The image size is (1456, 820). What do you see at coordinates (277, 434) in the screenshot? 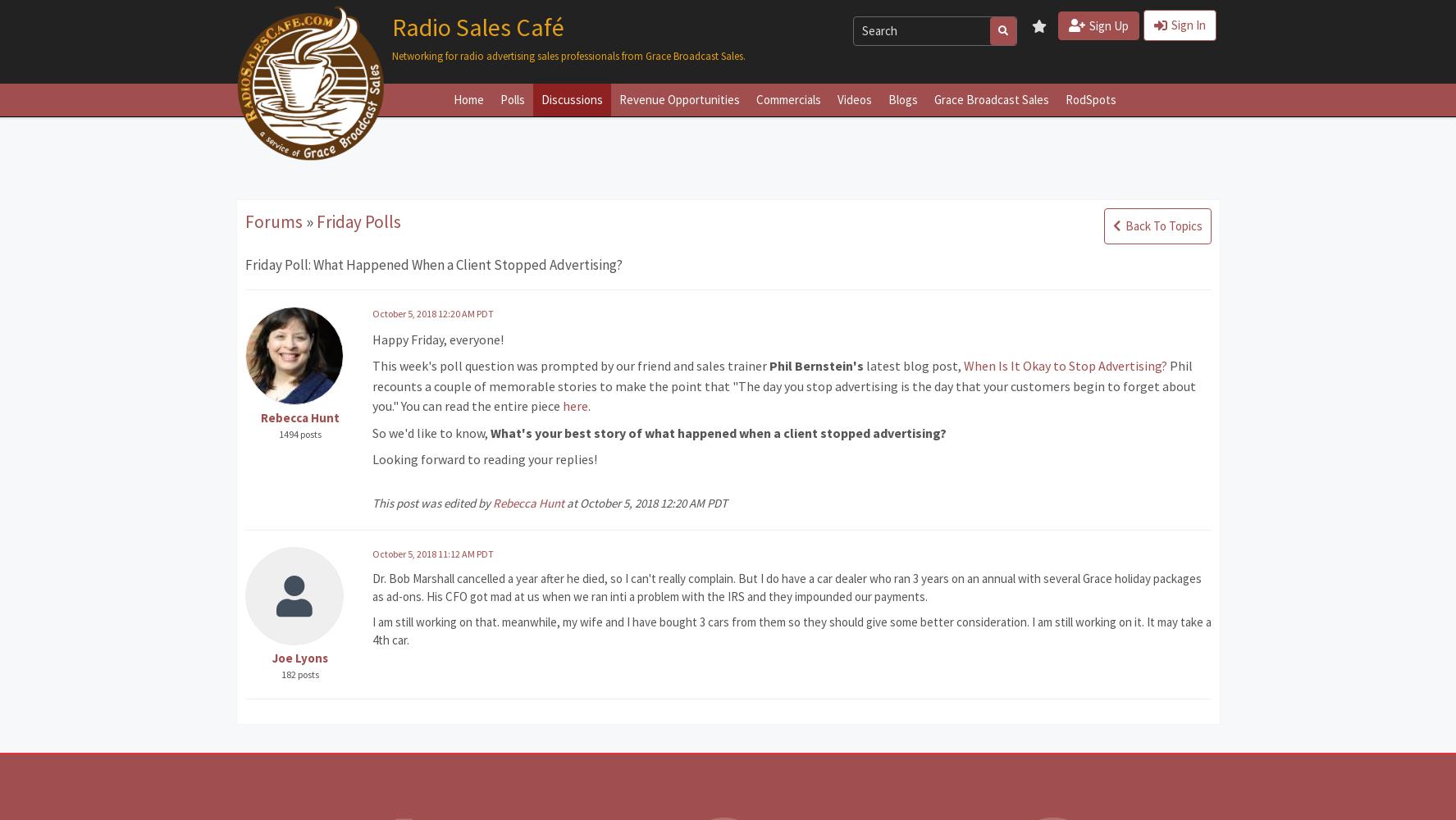
I see `'1494                  posts'` at bounding box center [277, 434].